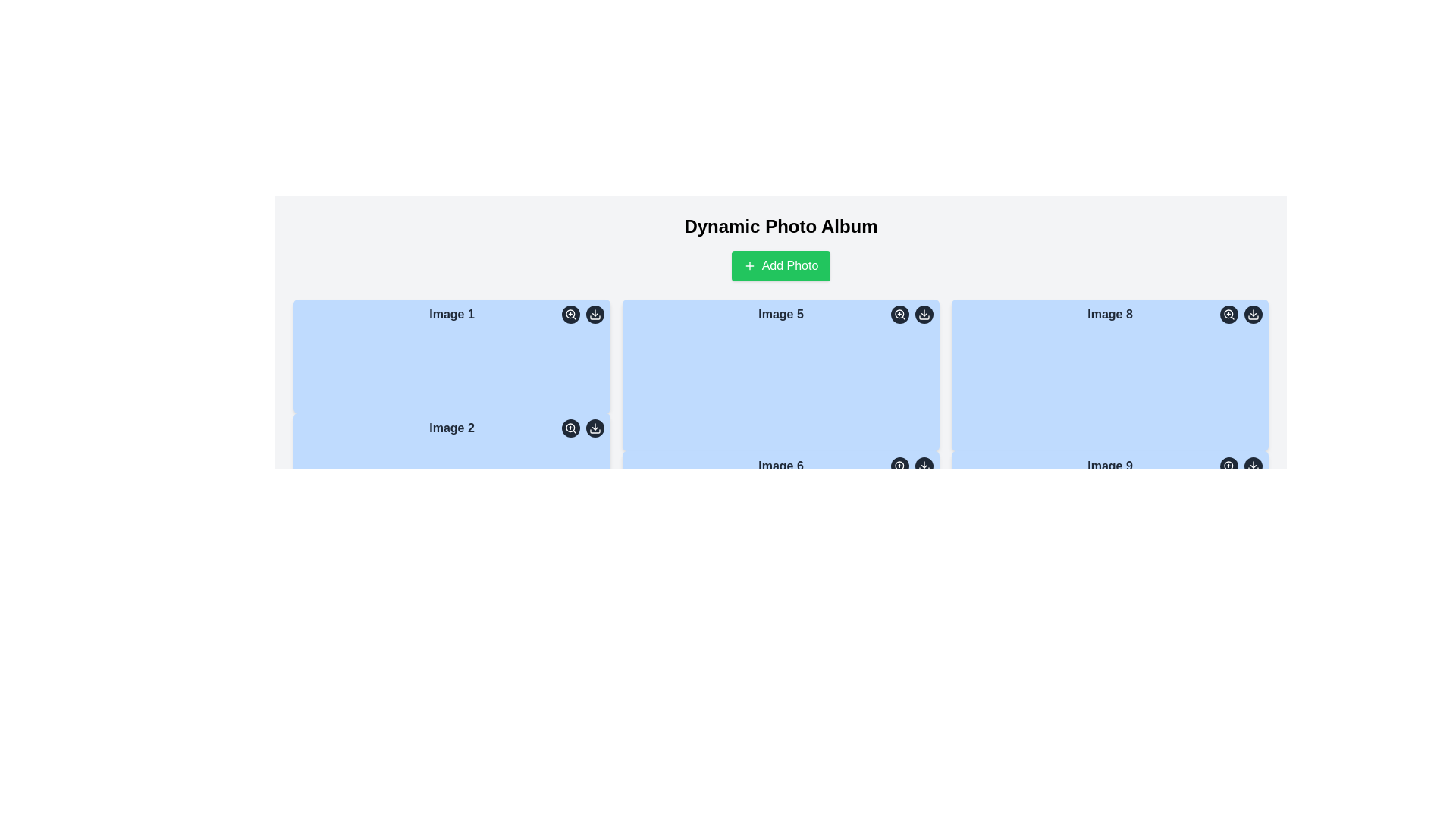 This screenshot has height=819, width=1456. What do you see at coordinates (1110, 465) in the screenshot?
I see `the text label identifying 'Image 9', located in the lower right card of the third column in a grid layout` at bounding box center [1110, 465].